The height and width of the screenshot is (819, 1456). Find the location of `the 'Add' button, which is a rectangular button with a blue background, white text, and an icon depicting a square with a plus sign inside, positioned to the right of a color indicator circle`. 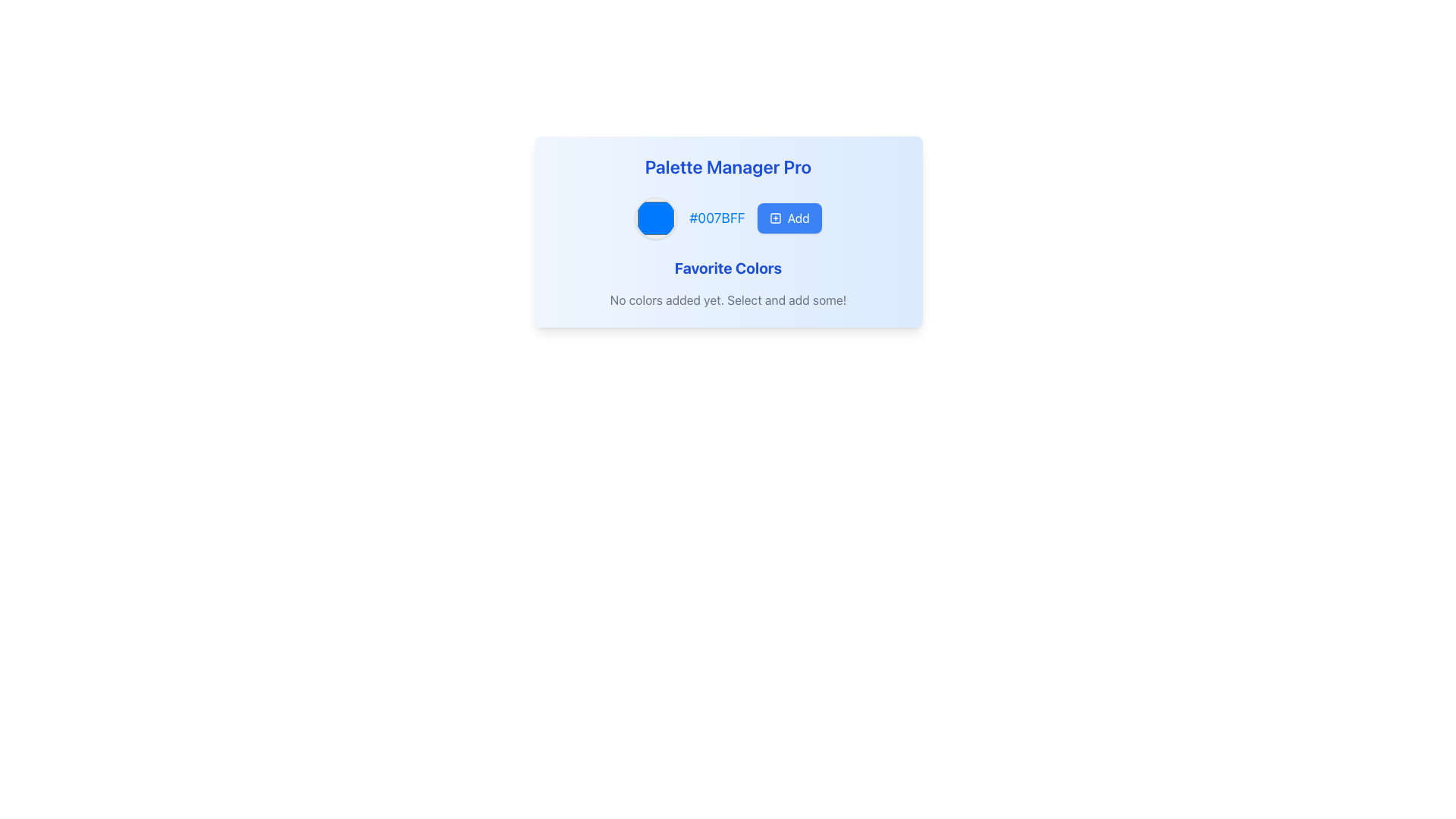

the 'Add' button, which is a rectangular button with a blue background, white text, and an icon depicting a square with a plus sign inside, positioned to the right of a color indicator circle is located at coordinates (789, 218).